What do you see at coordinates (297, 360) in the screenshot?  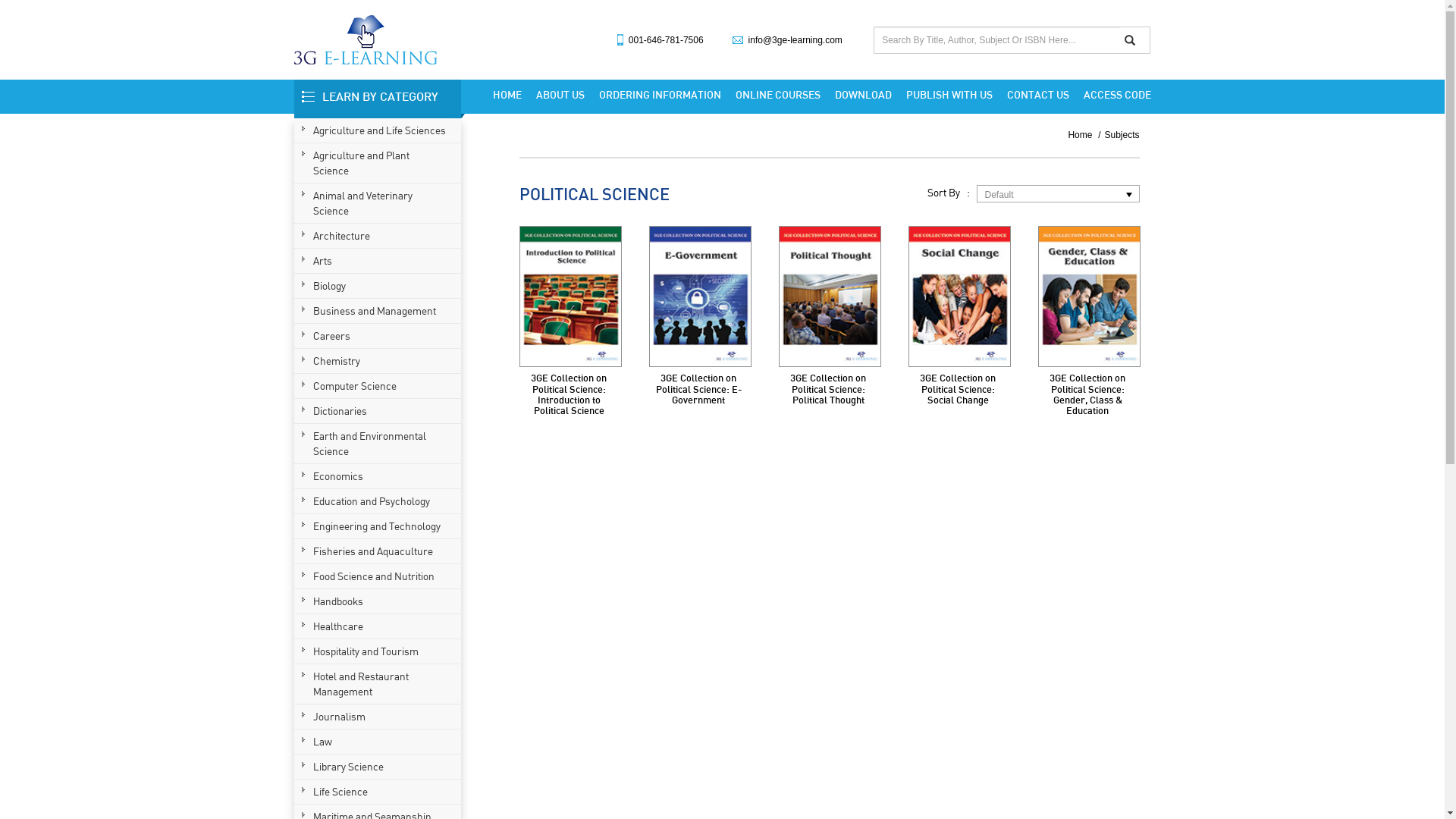 I see `'Chemistry'` at bounding box center [297, 360].